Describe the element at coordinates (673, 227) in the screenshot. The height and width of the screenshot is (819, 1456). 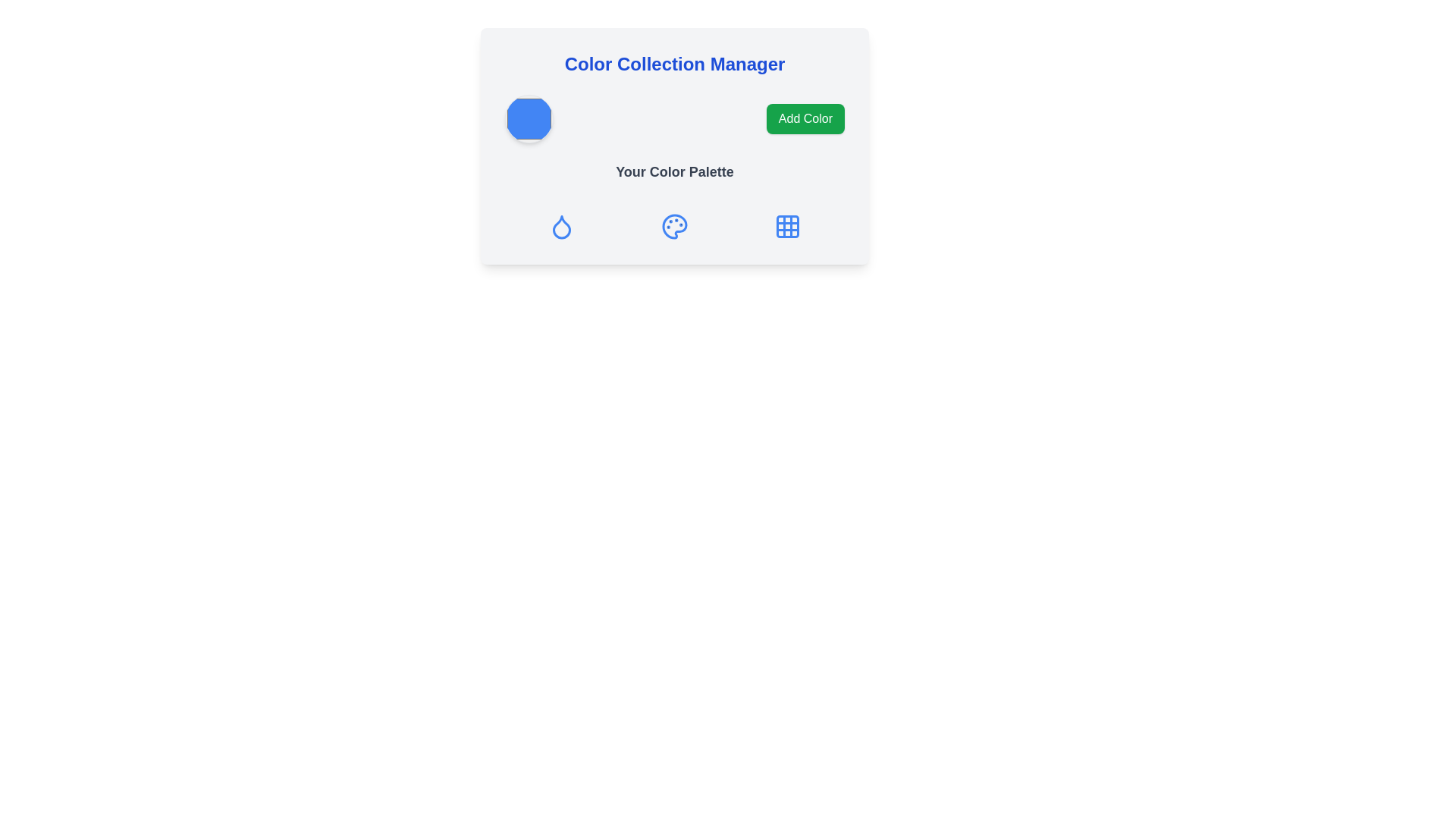
I see `the painter's palette icon, which is the second icon from the left in the horizontal sequence of icons on the card` at that location.